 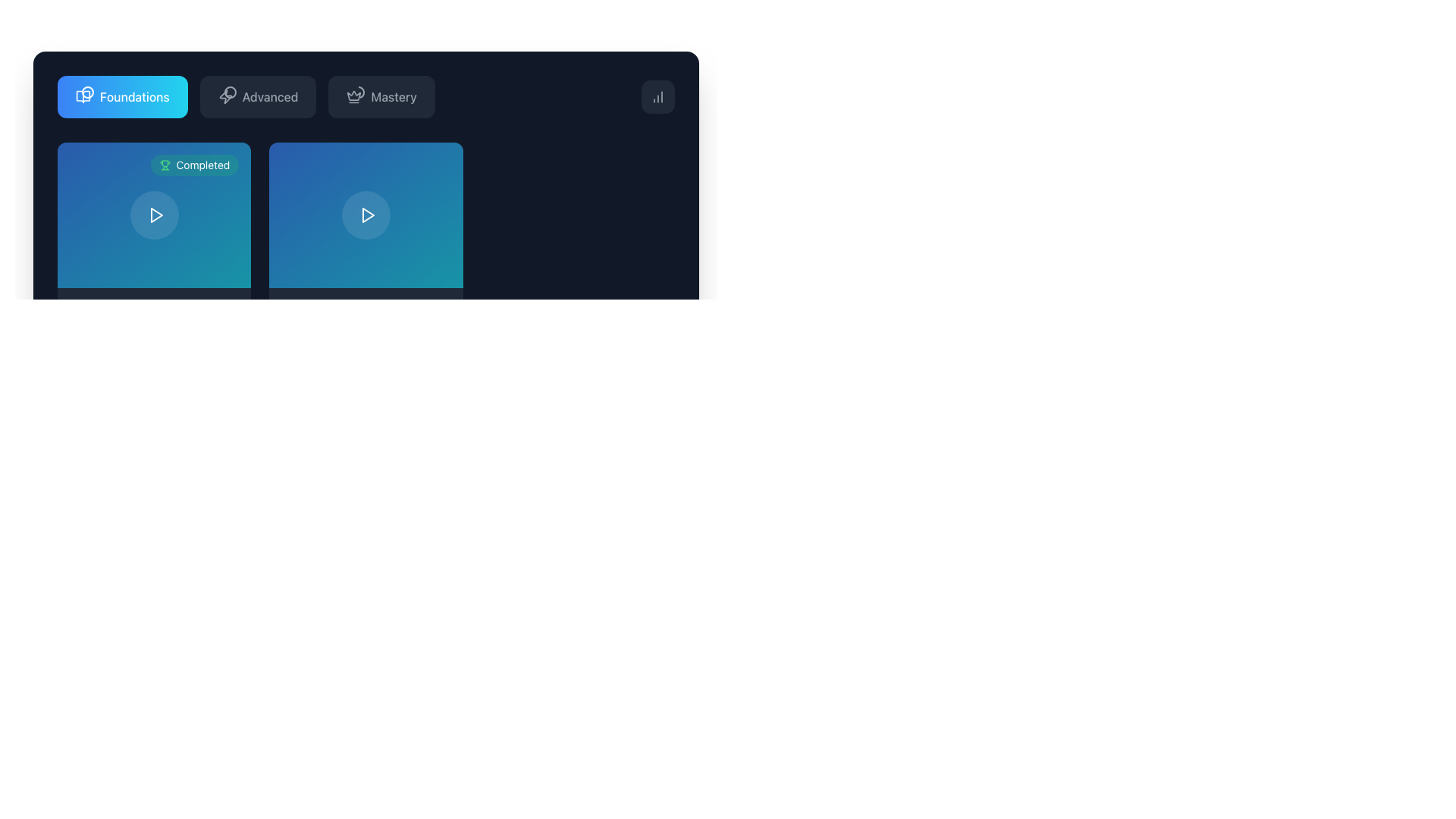 What do you see at coordinates (353, 96) in the screenshot?
I see `the crown icon with a gray outline that is positioned to the left of the 'Mastery' label` at bounding box center [353, 96].